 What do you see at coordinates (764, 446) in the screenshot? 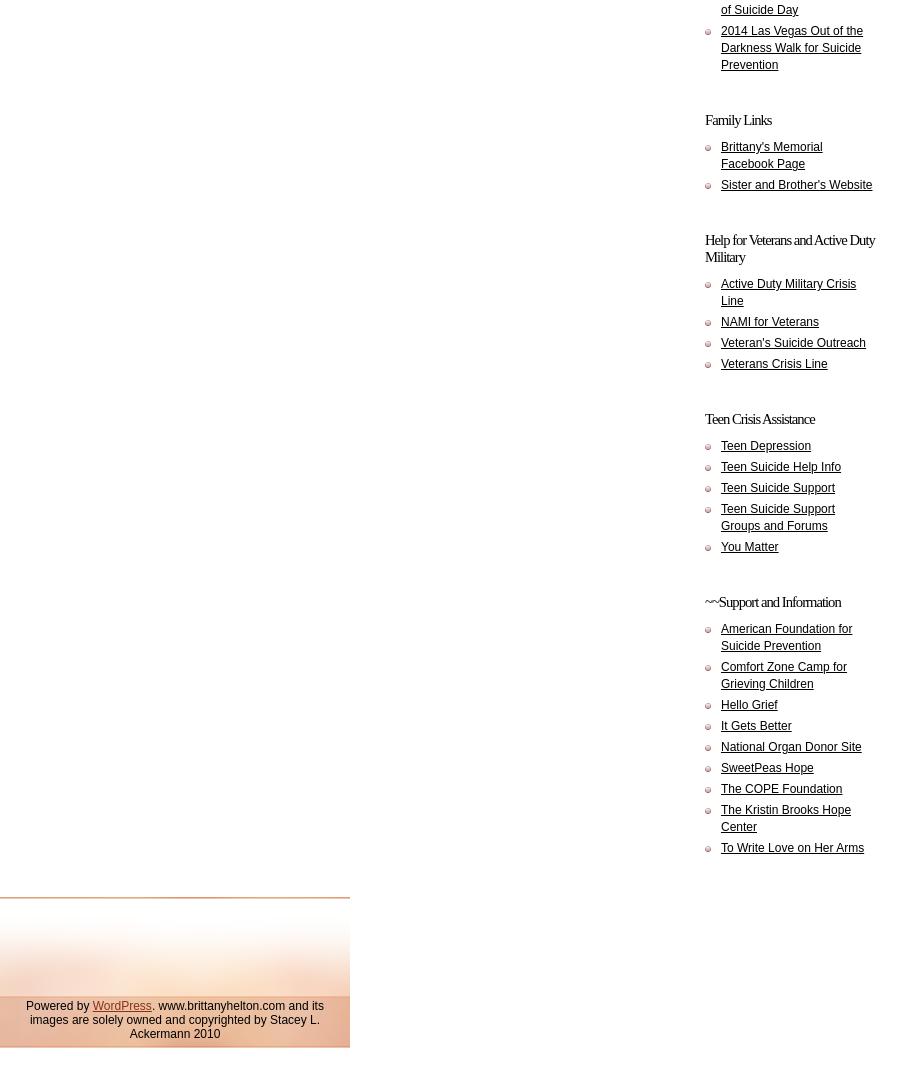
I see `'Teen Depression'` at bounding box center [764, 446].